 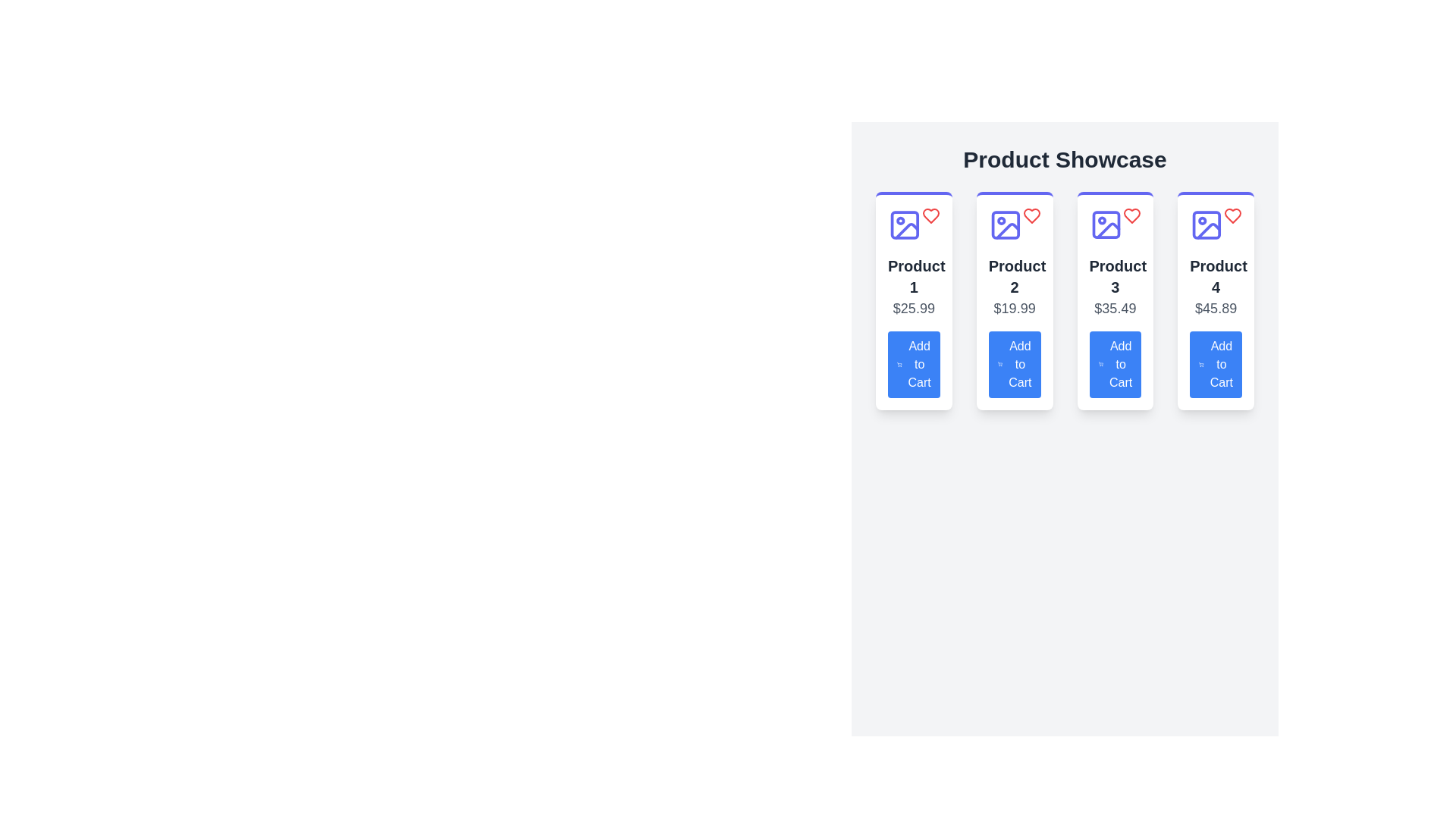 What do you see at coordinates (1106, 225) in the screenshot?
I see `the vector icon resembling a picture frame with a circular object inside it, located in the top-left region of the 'Product 3' card in the 'Product Showcase' grid` at bounding box center [1106, 225].